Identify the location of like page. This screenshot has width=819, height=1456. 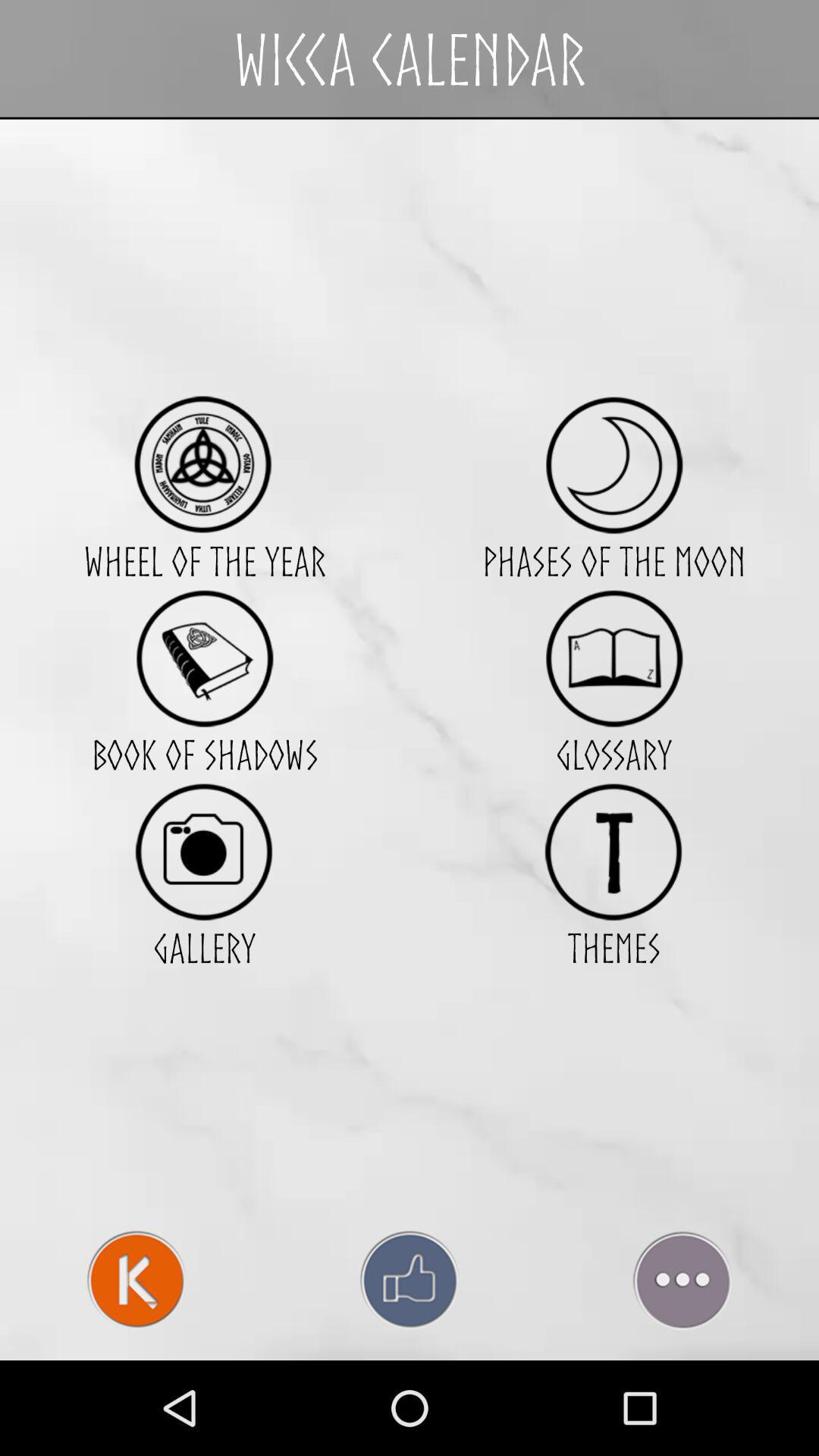
(409, 1279).